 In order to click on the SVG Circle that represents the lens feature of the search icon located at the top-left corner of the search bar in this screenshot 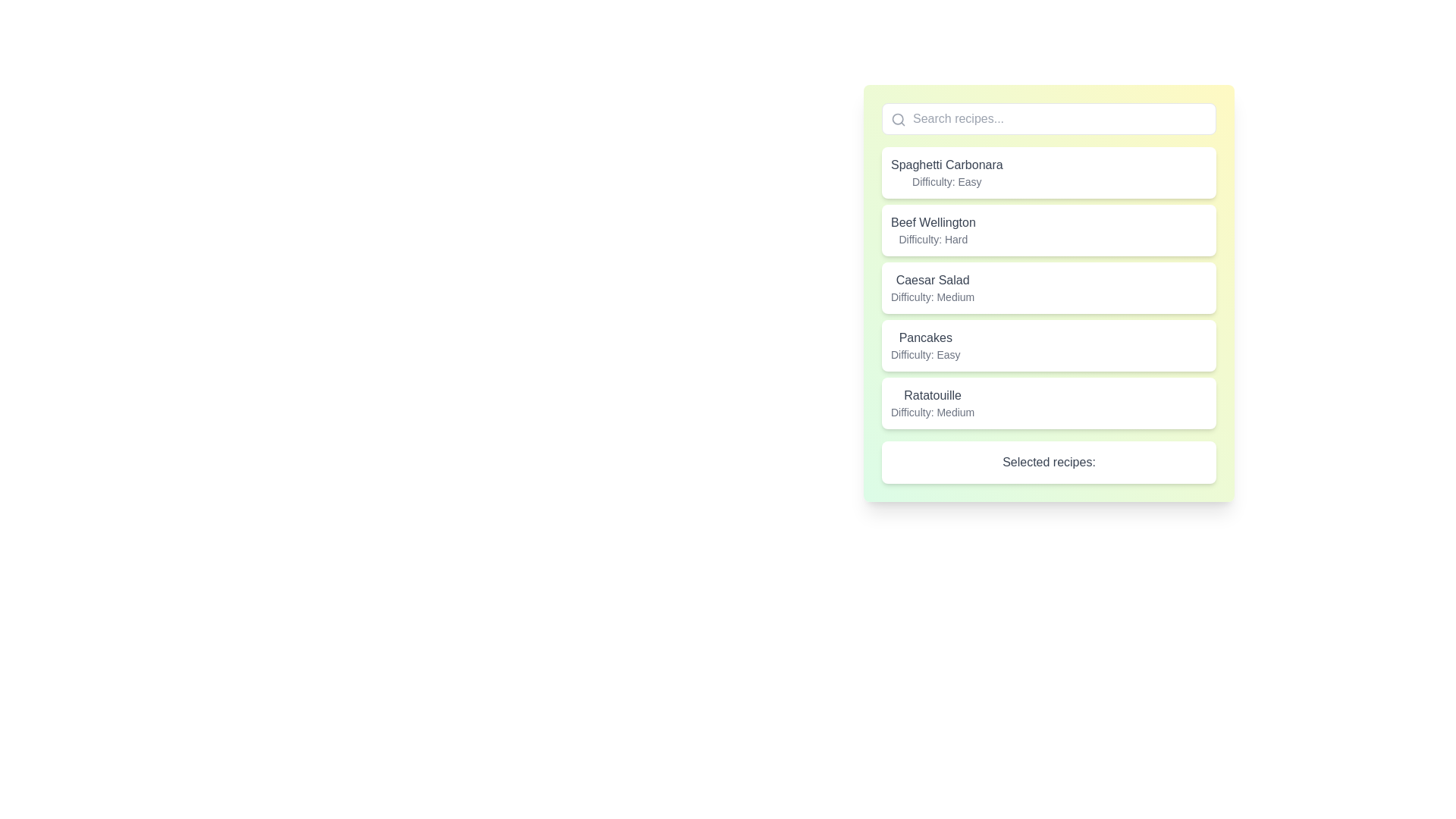, I will do `click(898, 118)`.